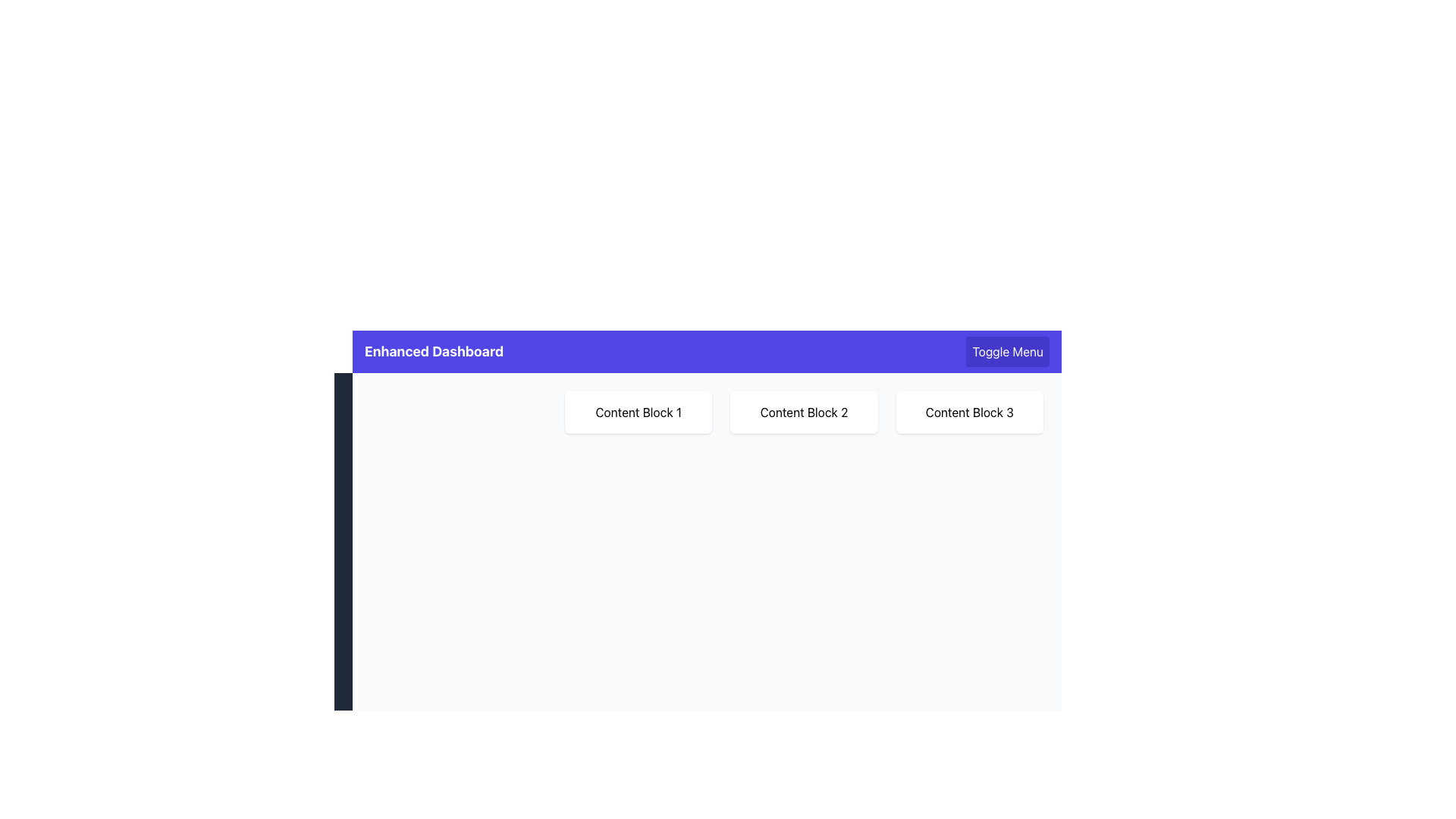 Image resolution: width=1456 pixels, height=819 pixels. I want to click on the static text label 'Enhanced Dashboard' which is displayed in a bold, large font with white color on a purple background, located in the top left section of the navigation bar, so click(433, 351).